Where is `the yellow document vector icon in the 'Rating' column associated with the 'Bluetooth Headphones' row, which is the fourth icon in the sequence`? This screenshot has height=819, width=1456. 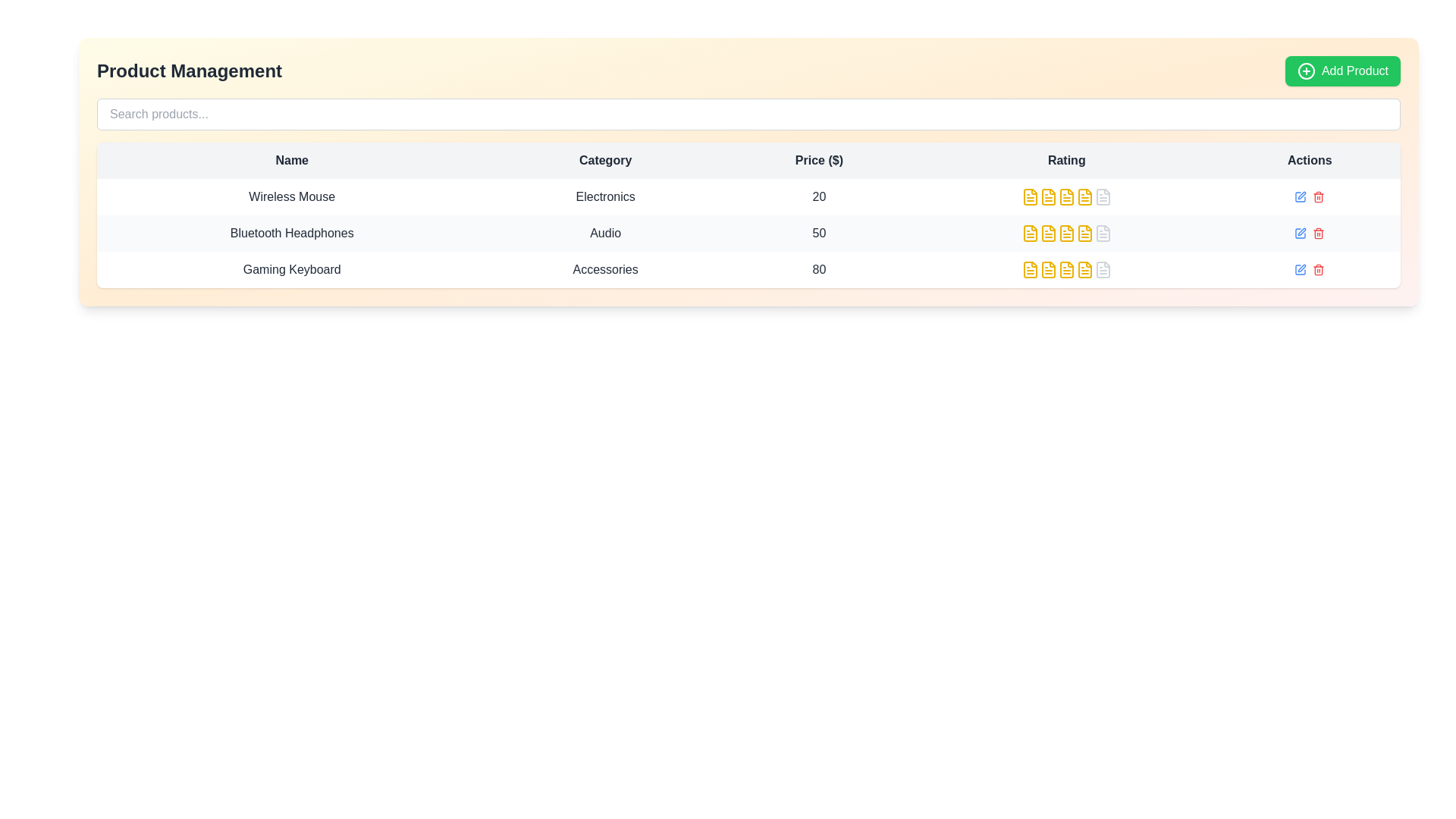
the yellow document vector icon in the 'Rating' column associated with the 'Bluetooth Headphones' row, which is the fourth icon in the sequence is located at coordinates (1084, 234).